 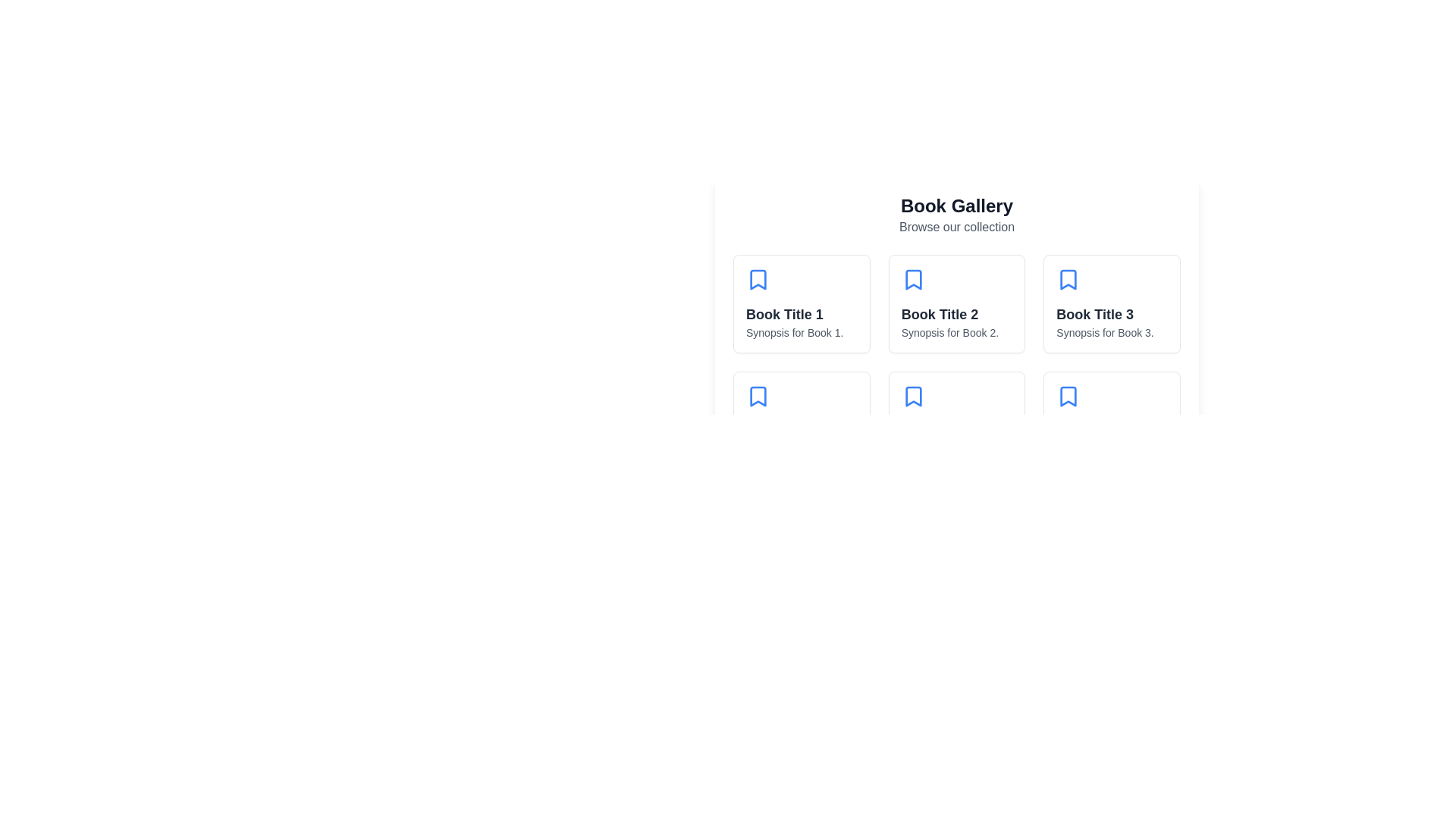 I want to click on the blue bookmark icon at the top of the Card component titled 'Book Title 1' to save it, so click(x=801, y=304).